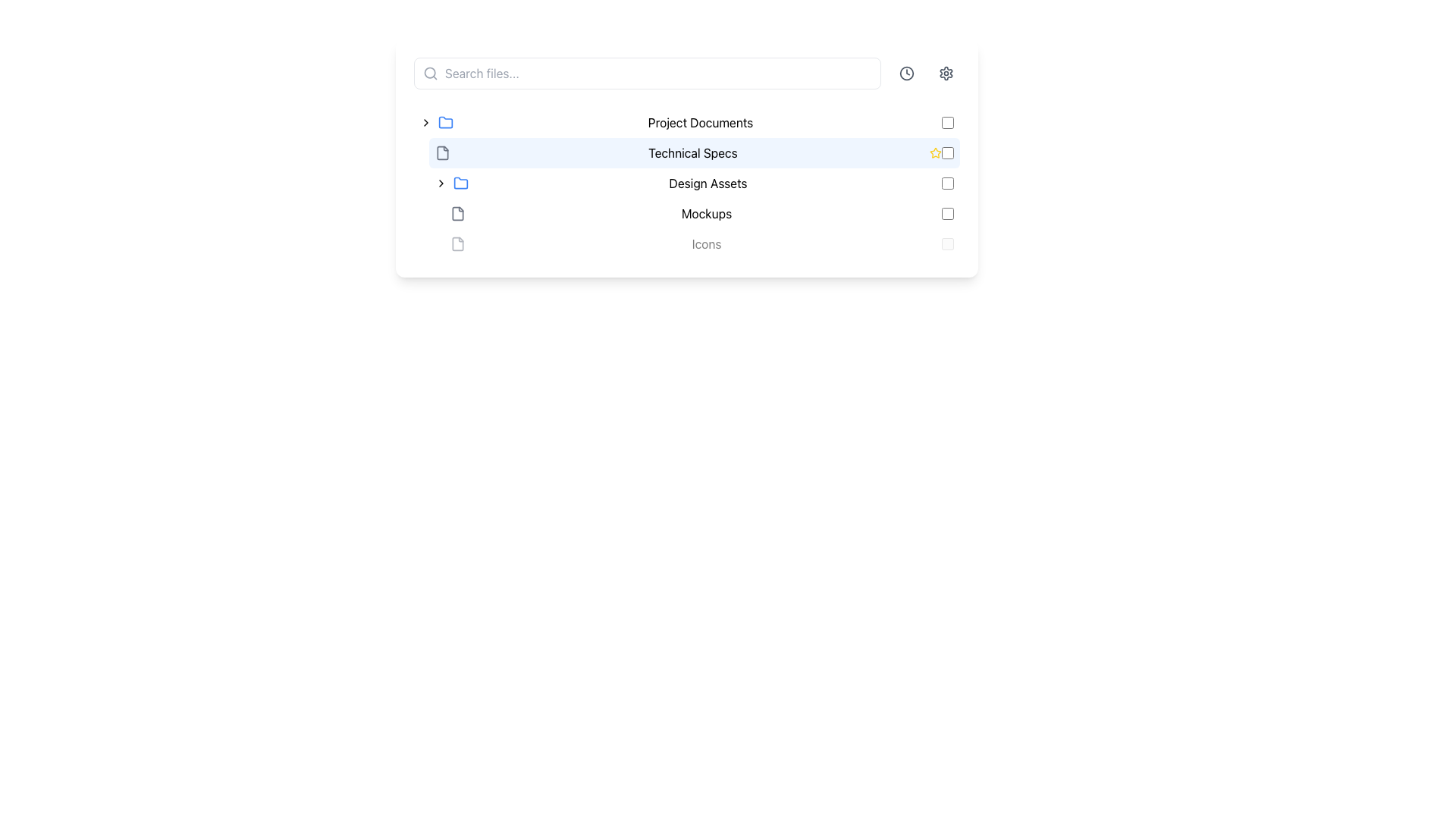  Describe the element at coordinates (701, 213) in the screenshot. I see `the 'Mockups' list item, which is the fourth item in the list, for rearrangement` at that location.